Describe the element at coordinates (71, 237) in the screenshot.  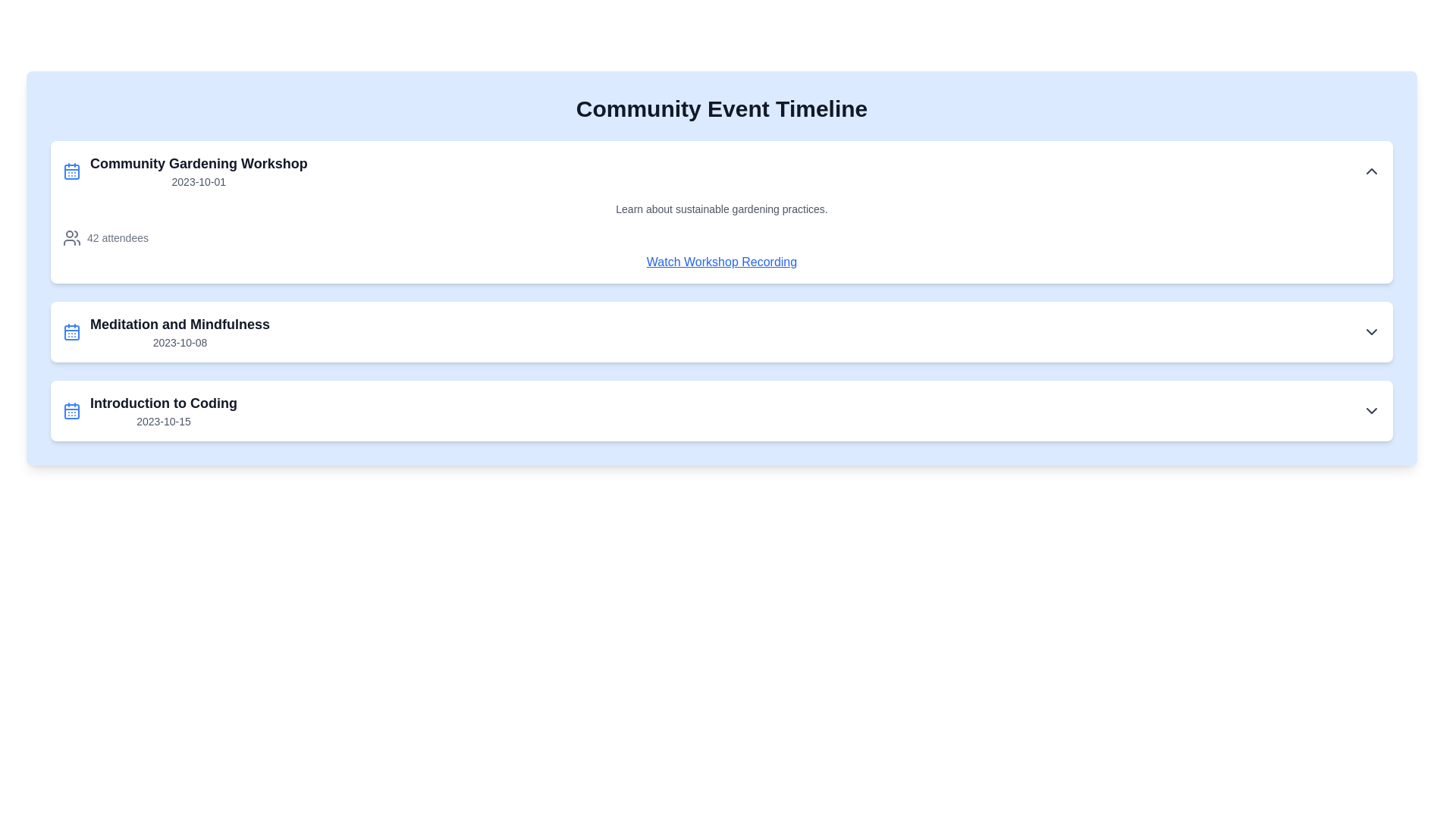
I see `the icon representing a group of people located to the left of the '42 attendees' text in the 'Community Gardening Workshop' section` at that location.